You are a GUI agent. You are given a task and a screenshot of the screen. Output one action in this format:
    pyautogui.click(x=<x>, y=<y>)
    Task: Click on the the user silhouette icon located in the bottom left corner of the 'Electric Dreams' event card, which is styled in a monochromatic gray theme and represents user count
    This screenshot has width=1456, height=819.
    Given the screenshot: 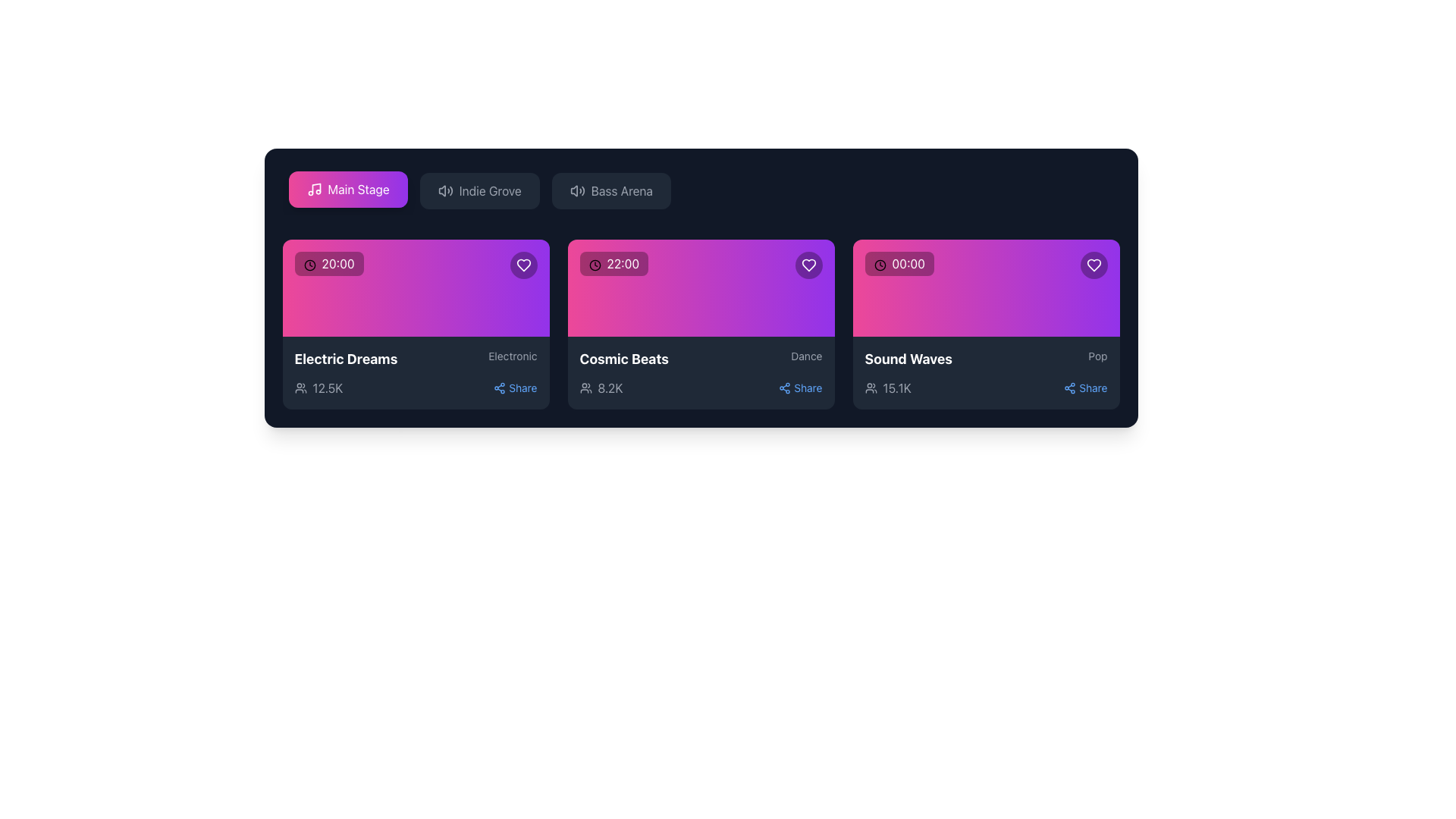 What is the action you would take?
    pyautogui.click(x=300, y=388)
    